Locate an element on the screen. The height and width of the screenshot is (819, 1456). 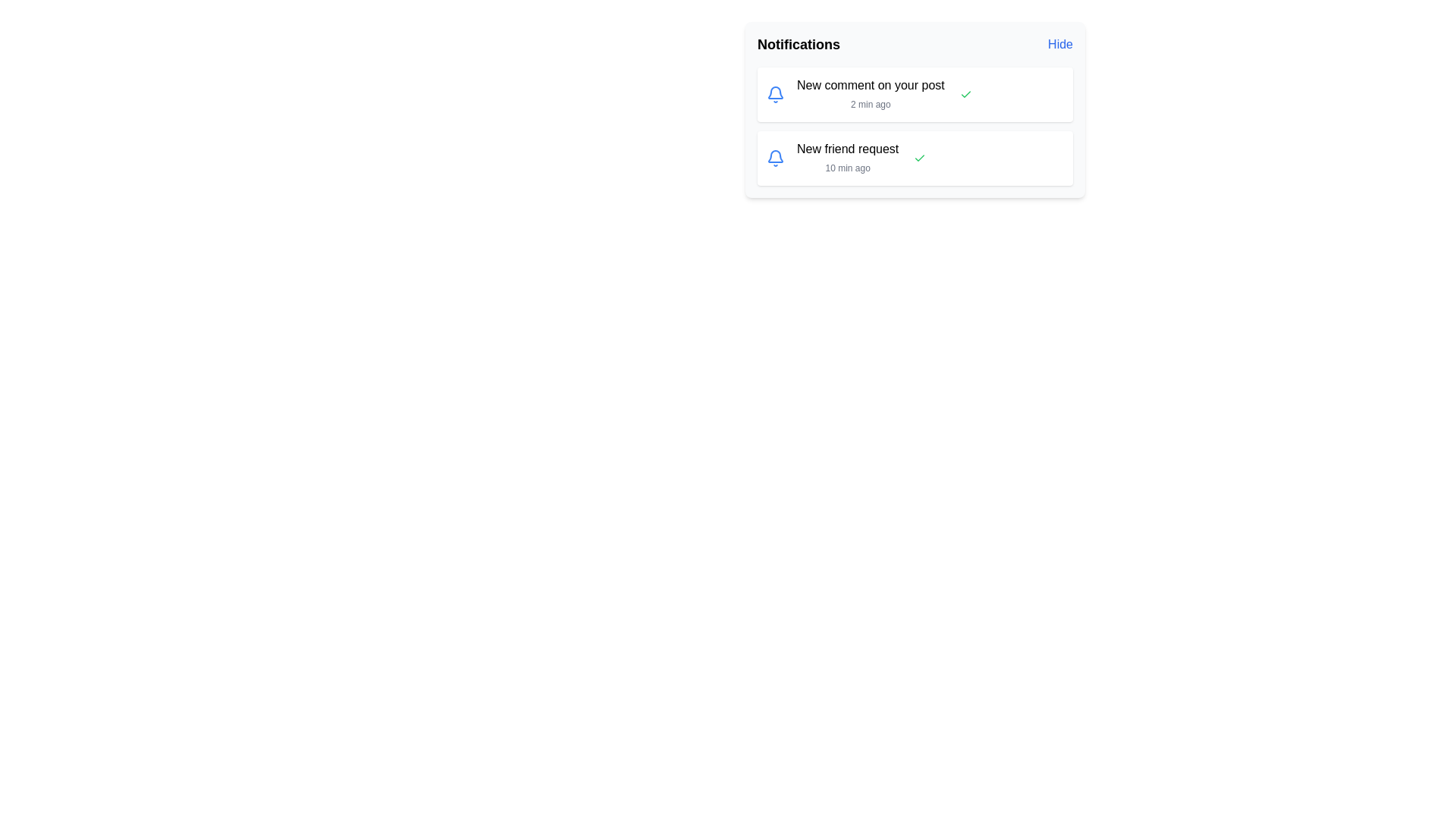
the button at the top-right corner of the 'Notifications' section is located at coordinates (1059, 43).